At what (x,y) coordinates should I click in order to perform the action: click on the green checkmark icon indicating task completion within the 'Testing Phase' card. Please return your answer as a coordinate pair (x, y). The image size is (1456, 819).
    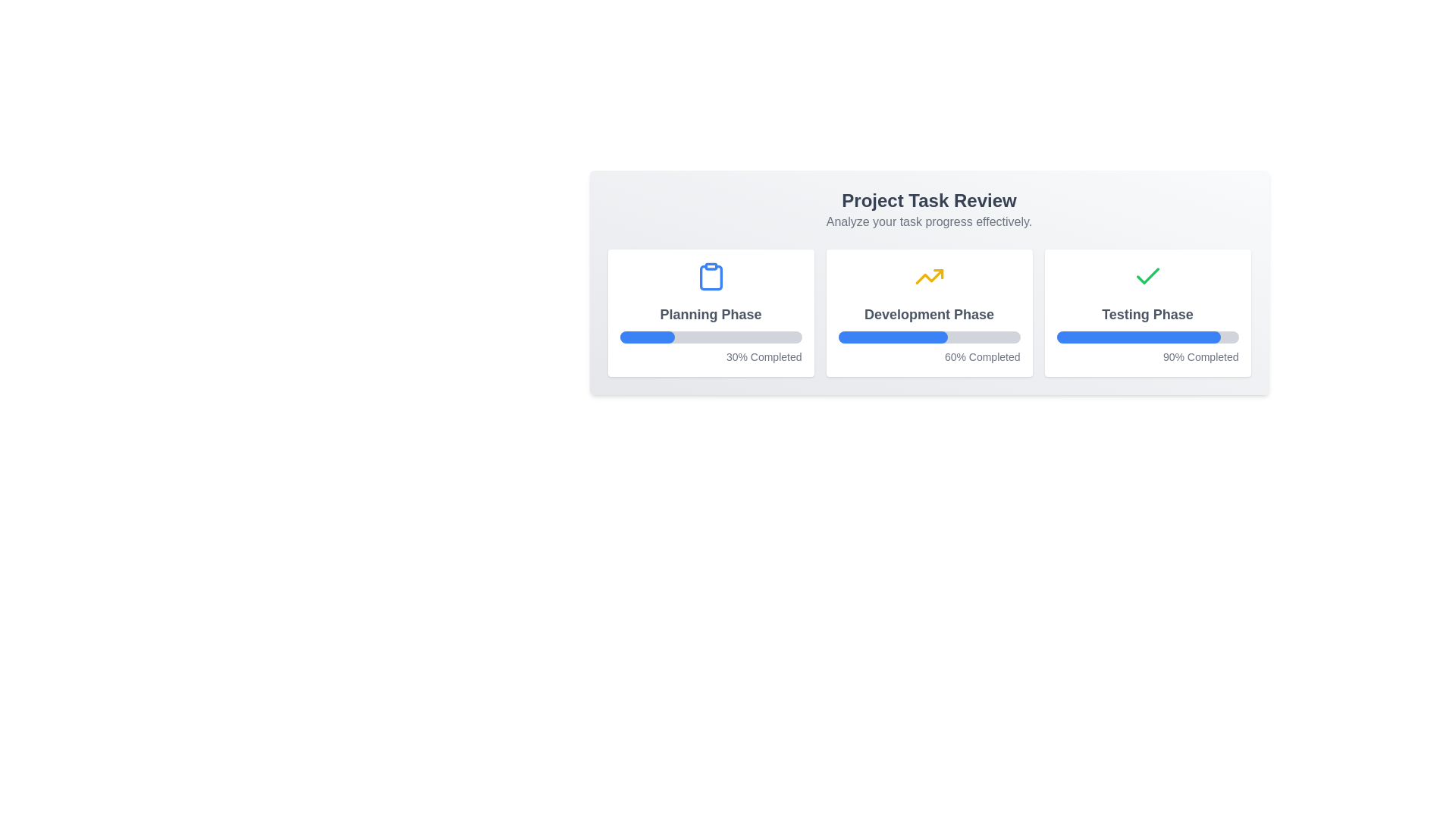
    Looking at the image, I should click on (1147, 277).